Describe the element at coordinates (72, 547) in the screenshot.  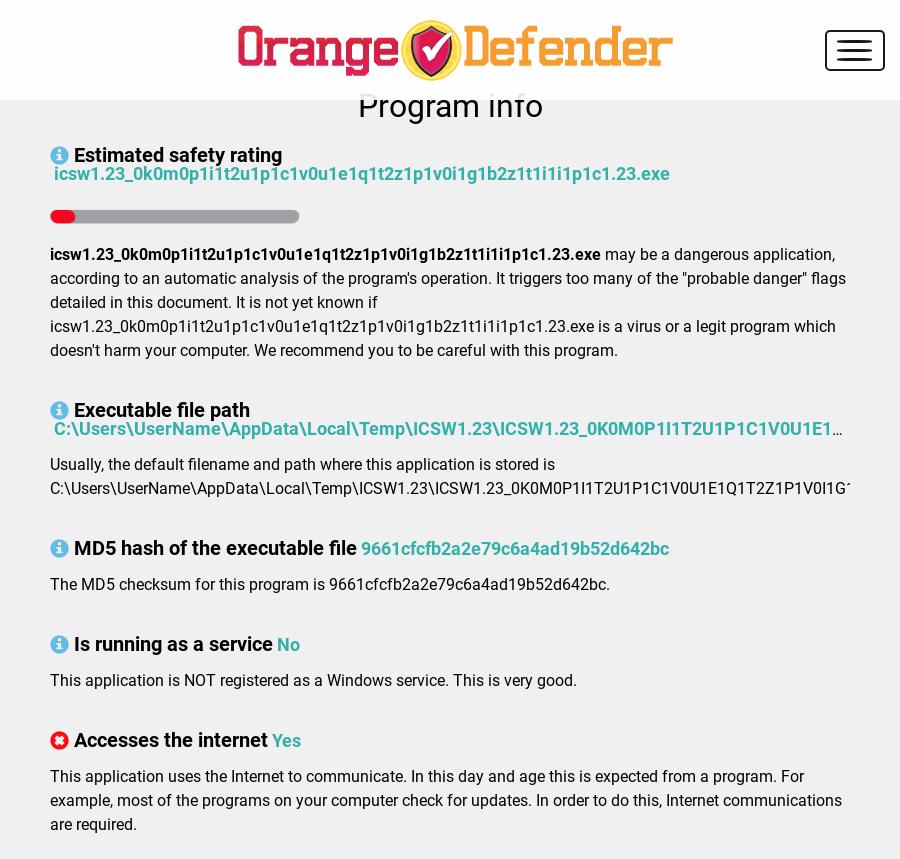
I see `'MD5 hash of the executable file'` at that location.